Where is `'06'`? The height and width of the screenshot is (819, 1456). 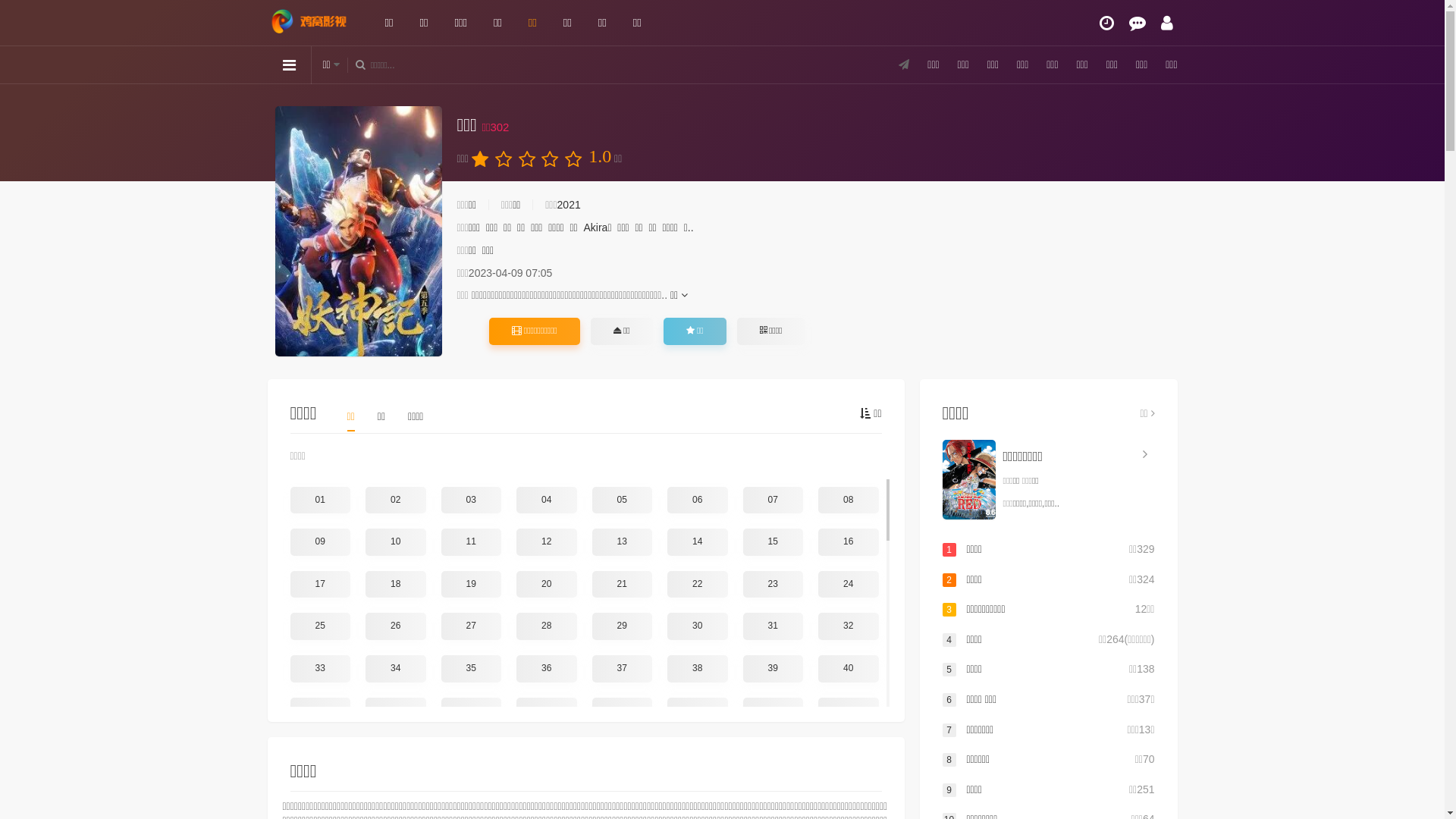
'06' is located at coordinates (697, 500).